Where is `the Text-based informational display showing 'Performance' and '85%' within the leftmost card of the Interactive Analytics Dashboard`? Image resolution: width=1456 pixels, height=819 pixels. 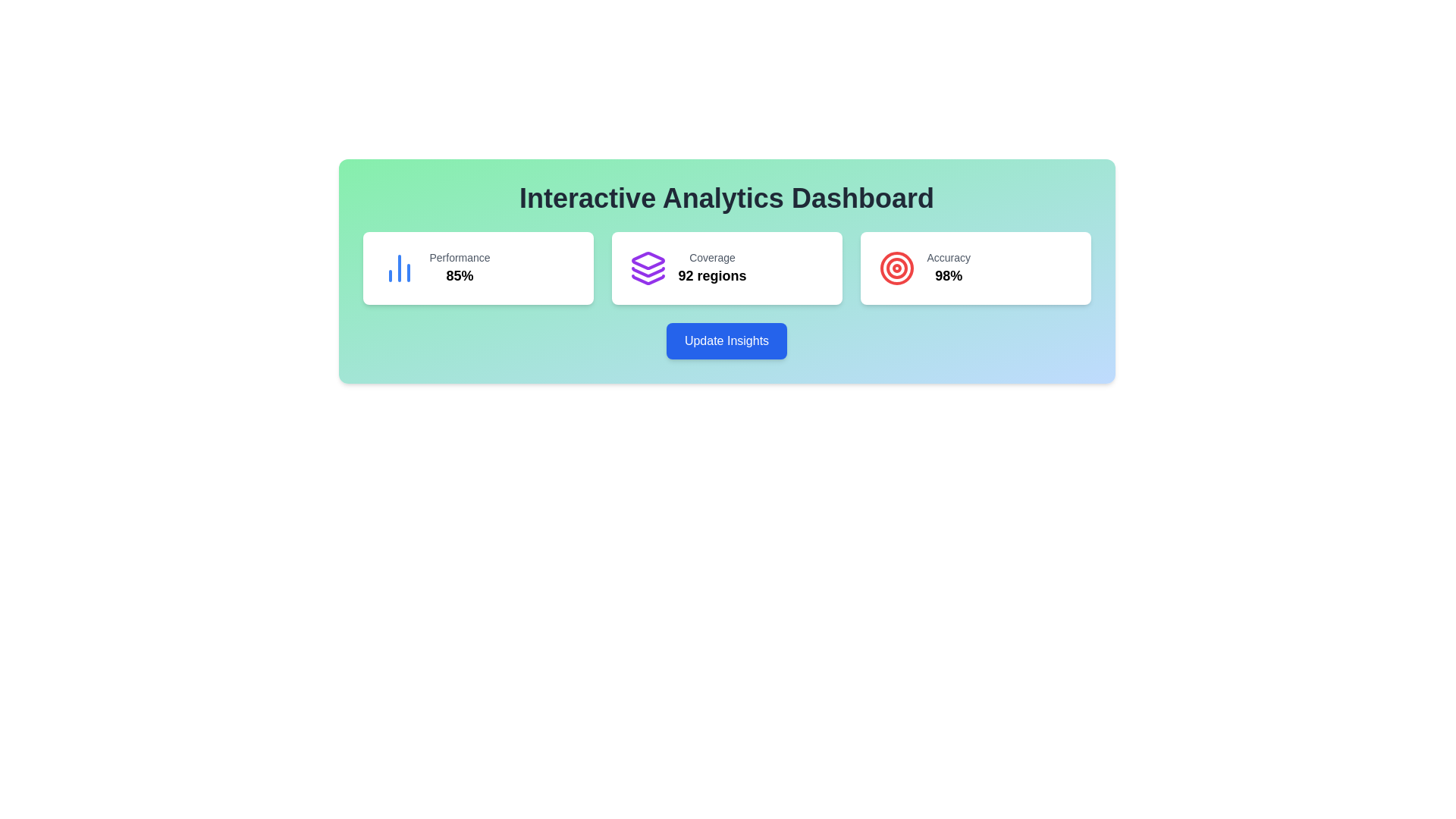
the Text-based informational display showing 'Performance' and '85%' within the leftmost card of the Interactive Analytics Dashboard is located at coordinates (459, 268).